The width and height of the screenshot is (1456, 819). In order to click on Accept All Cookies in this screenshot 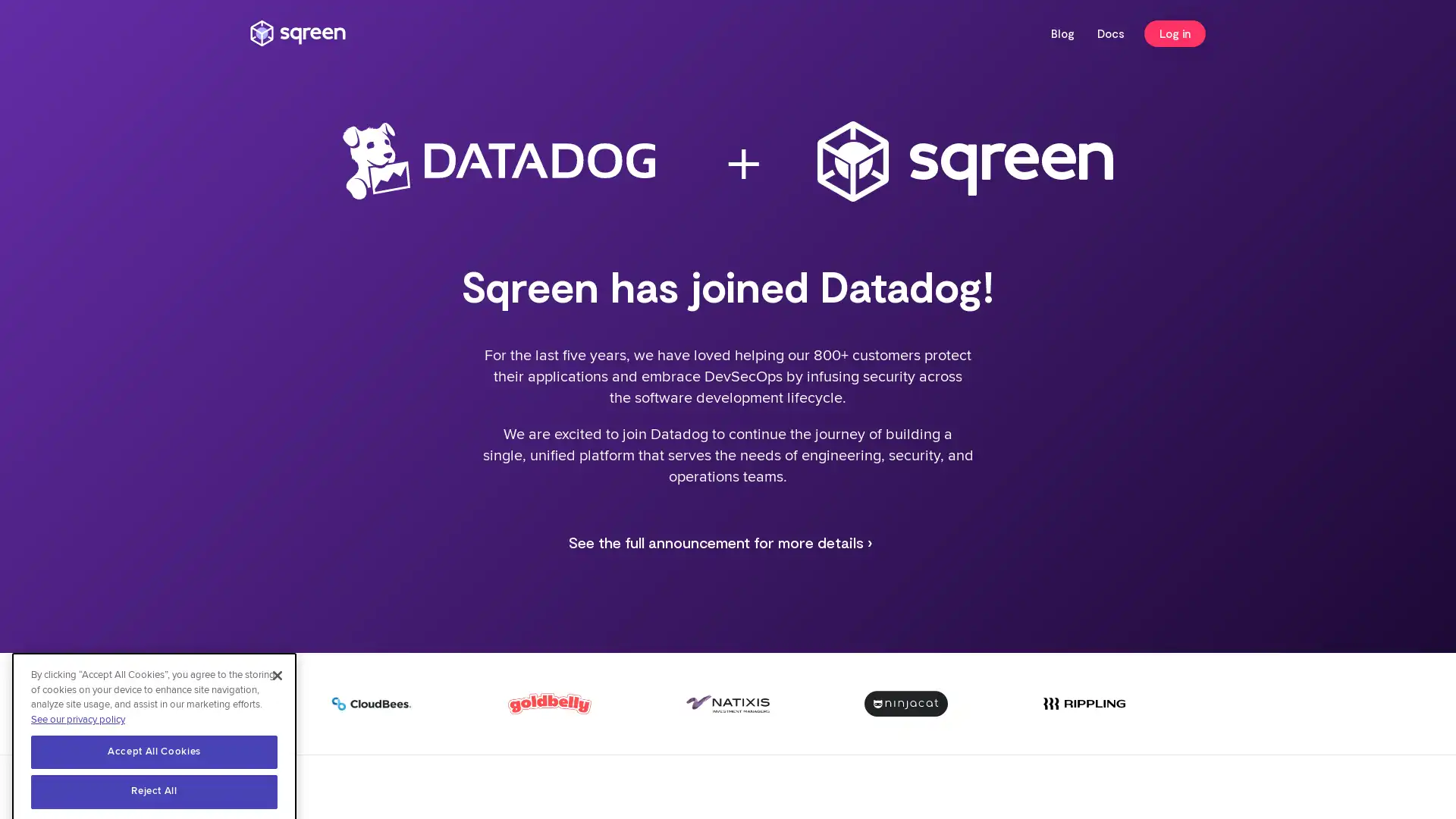, I will do `click(154, 721)`.